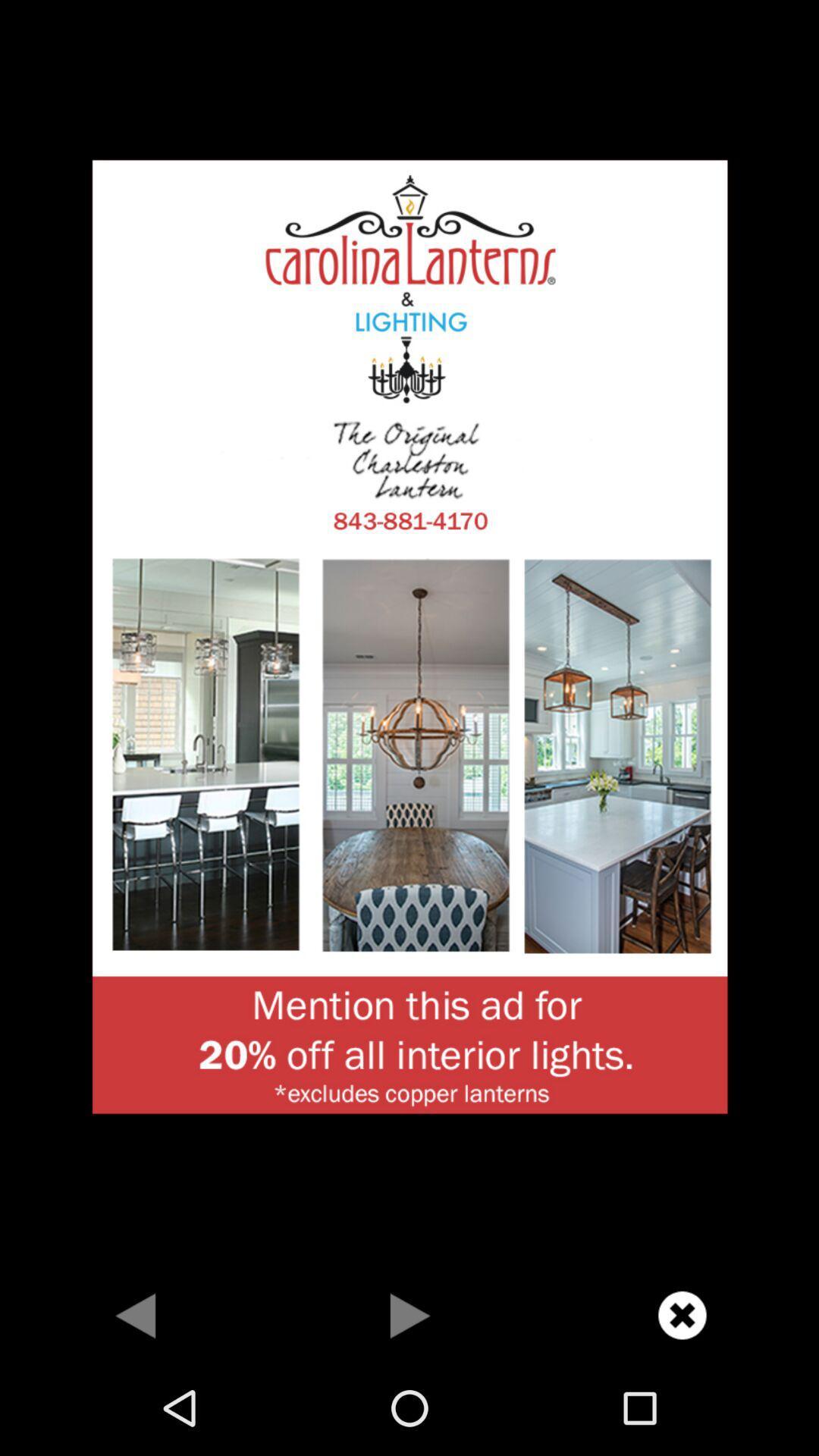 The width and height of the screenshot is (819, 1456). I want to click on next, so click(409, 1314).